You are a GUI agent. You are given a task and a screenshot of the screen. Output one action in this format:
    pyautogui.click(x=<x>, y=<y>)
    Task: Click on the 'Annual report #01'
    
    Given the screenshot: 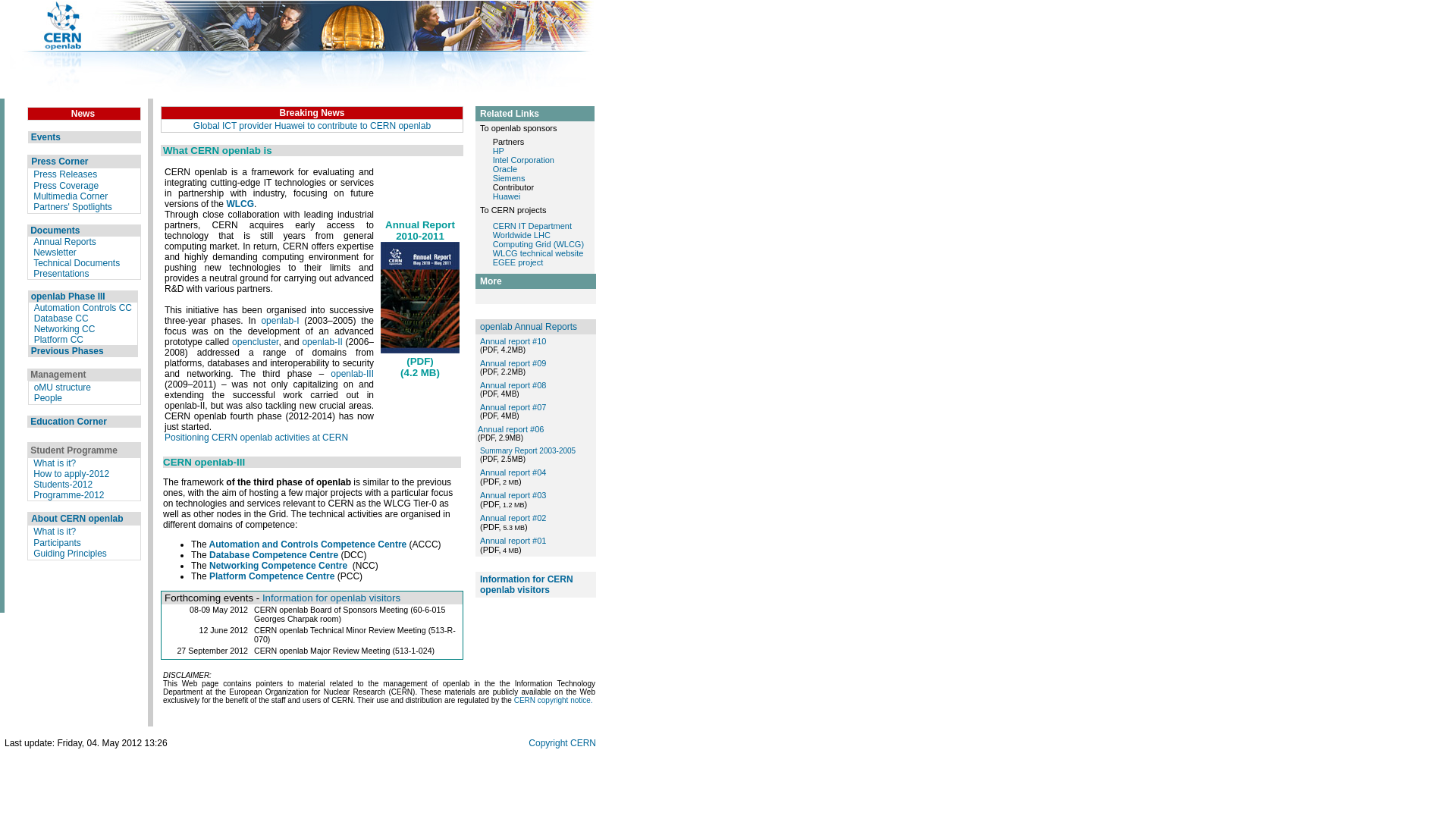 What is the action you would take?
    pyautogui.click(x=513, y=540)
    